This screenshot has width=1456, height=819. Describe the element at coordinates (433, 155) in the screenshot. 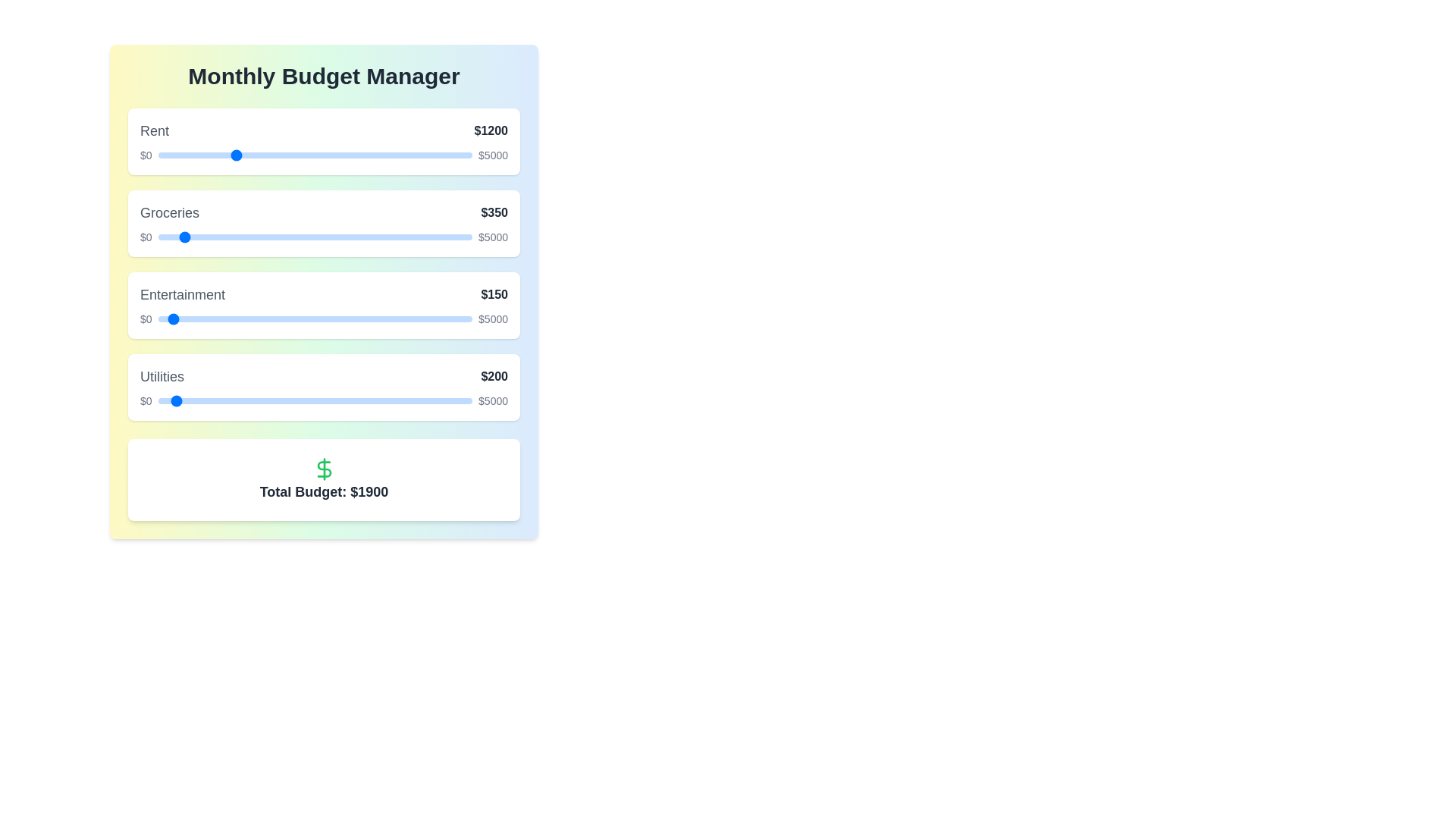

I see `rent budget` at that location.